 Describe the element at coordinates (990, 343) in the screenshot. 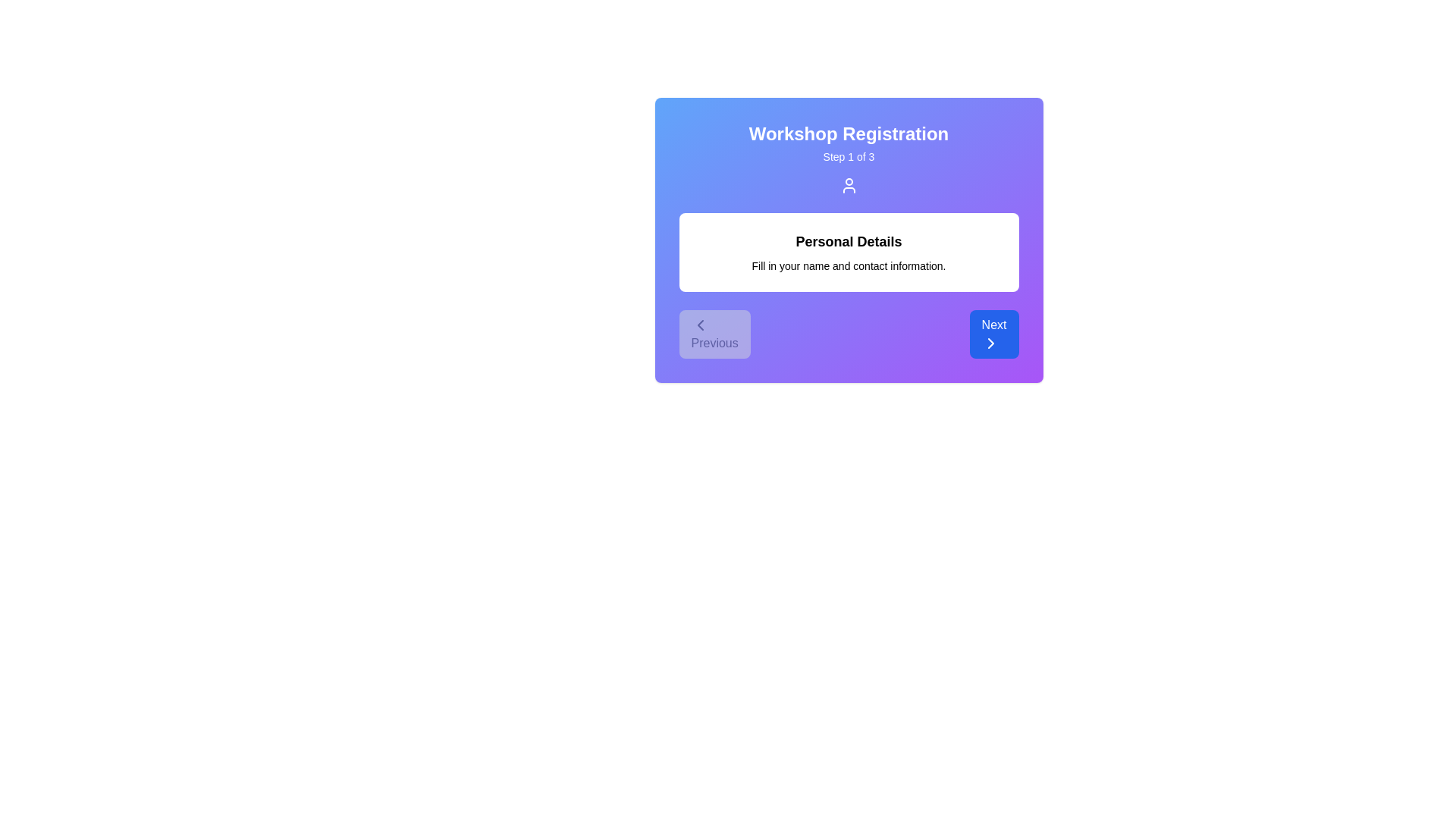

I see `the right-pointing arrow icon within the 'Next' button, which has a blue background and is located at the bottom-right corner of the interface` at that location.